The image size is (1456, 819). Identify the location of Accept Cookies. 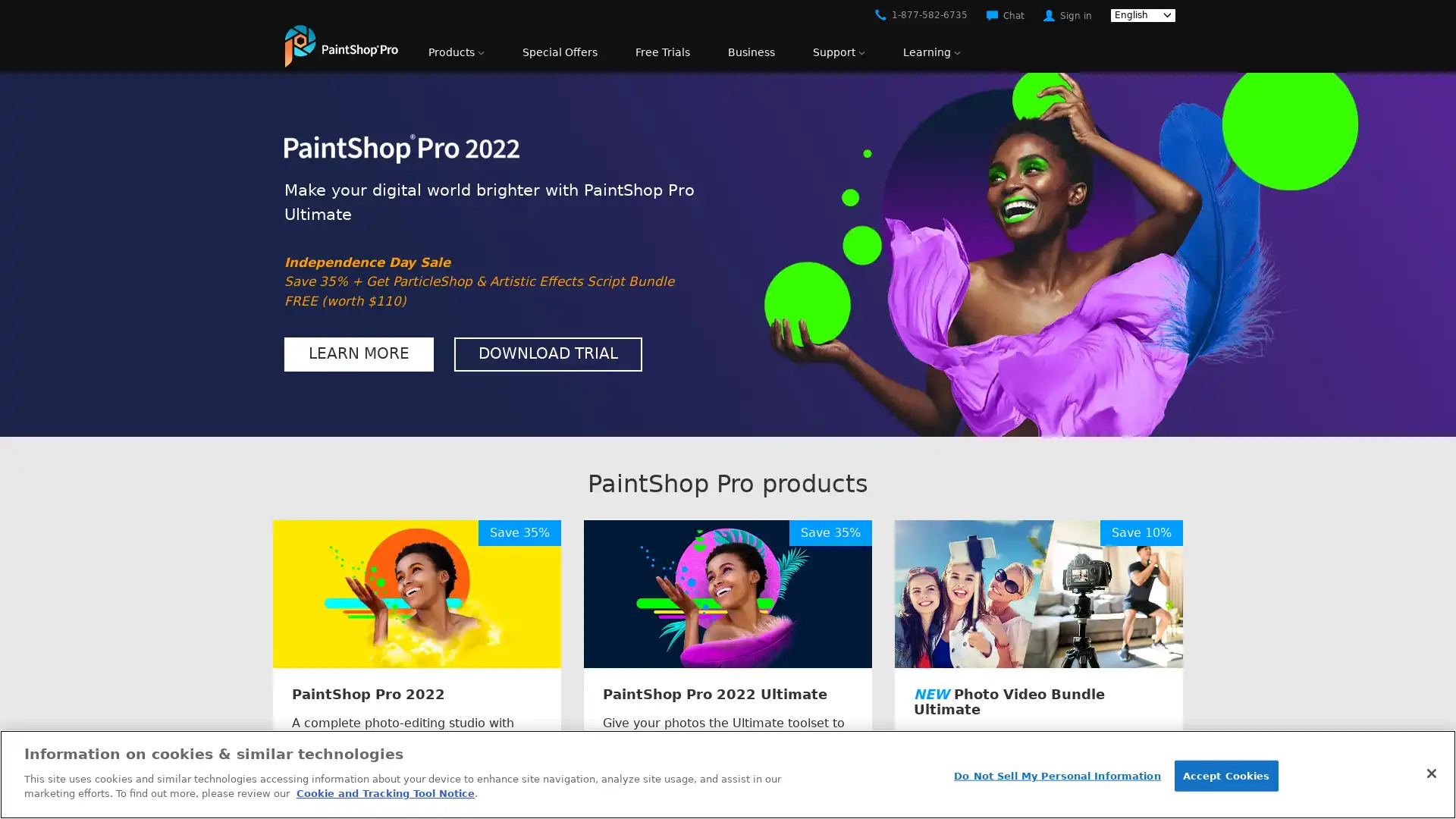
(1225, 775).